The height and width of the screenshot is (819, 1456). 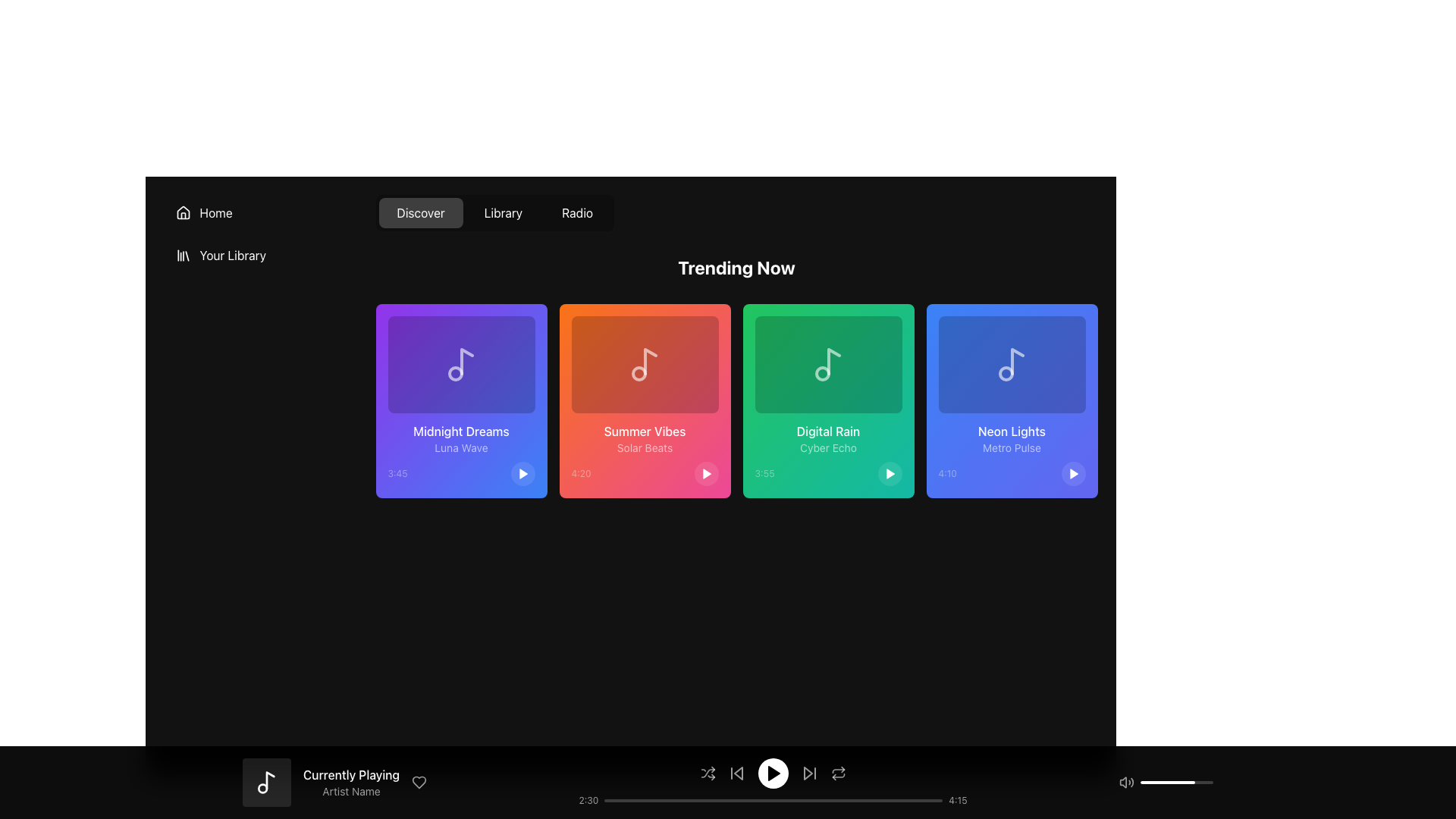 I want to click on the circular button with a semi-transparent white background and a white play icon, located in the bottom-right corner of the 'Neon Lights' card in the 'Trending Now' section, so click(x=1072, y=472).